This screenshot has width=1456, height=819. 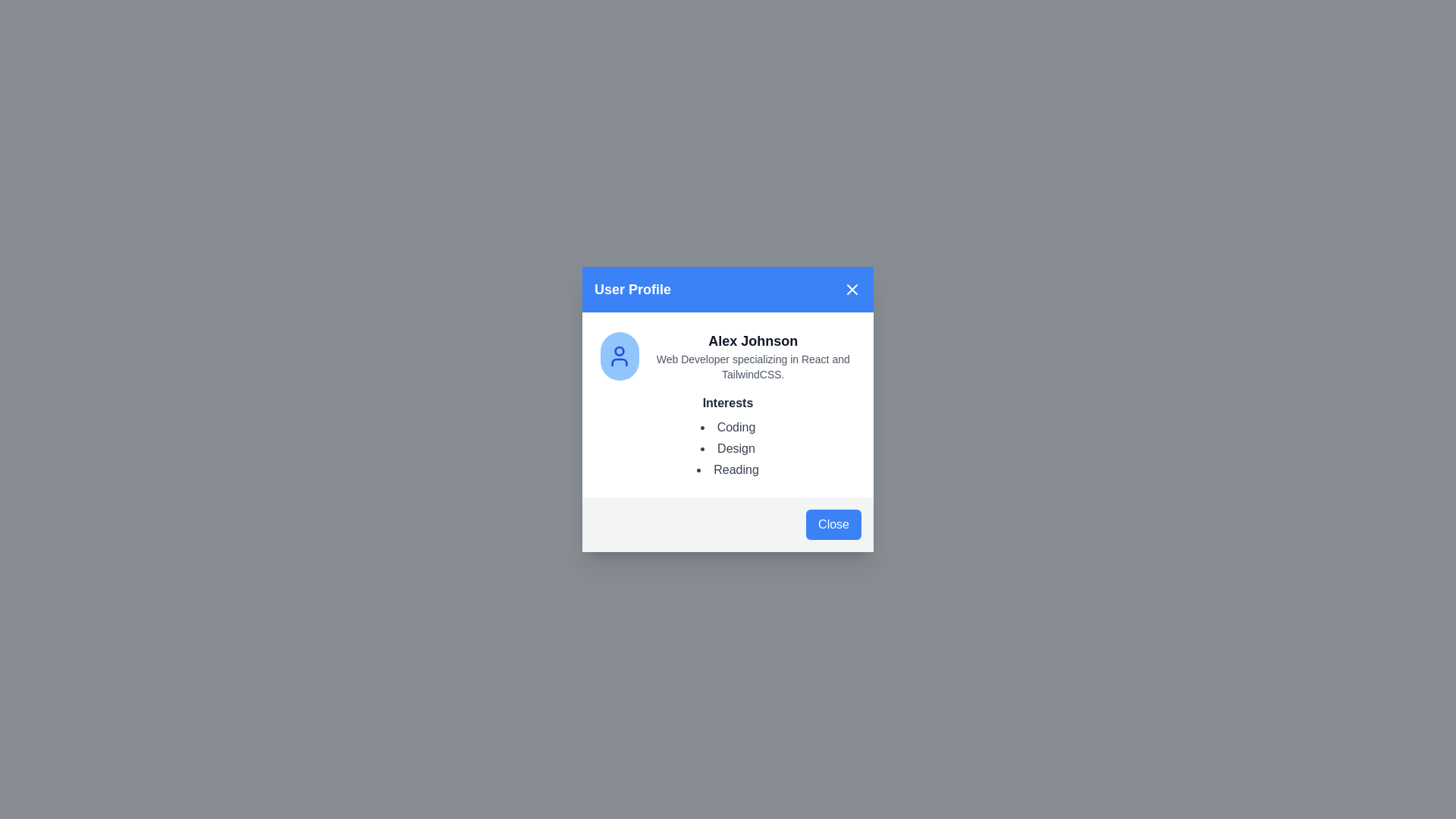 I want to click on the static text element displaying 'Coding' in the bullet list under the 'Interests' section of the modal dialogue box, so click(x=728, y=427).